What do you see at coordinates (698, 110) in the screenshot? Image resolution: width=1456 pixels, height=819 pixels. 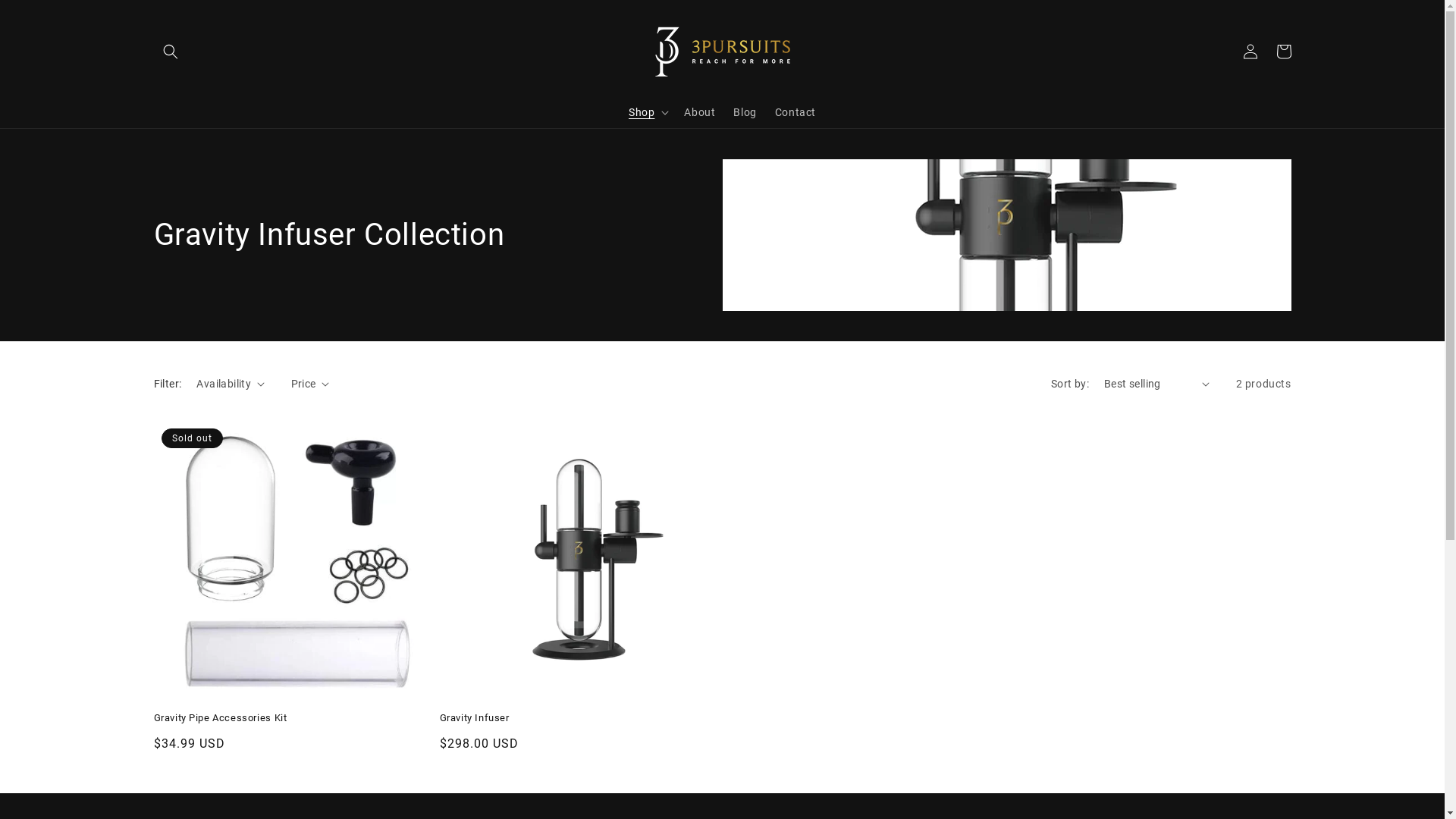 I see `'About'` at bounding box center [698, 110].